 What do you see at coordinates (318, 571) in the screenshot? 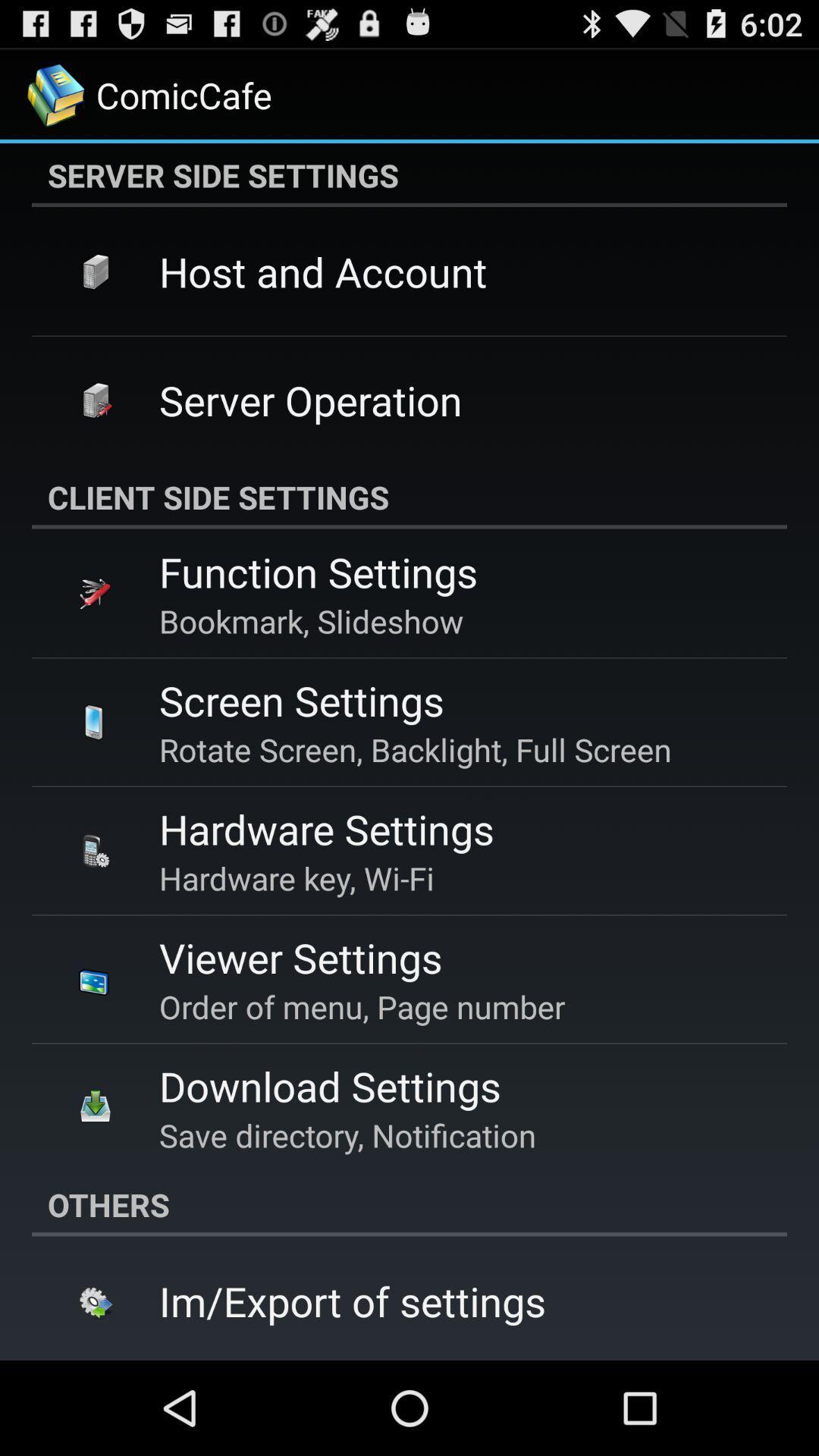
I see `the item above bookmark, slideshow icon` at bounding box center [318, 571].